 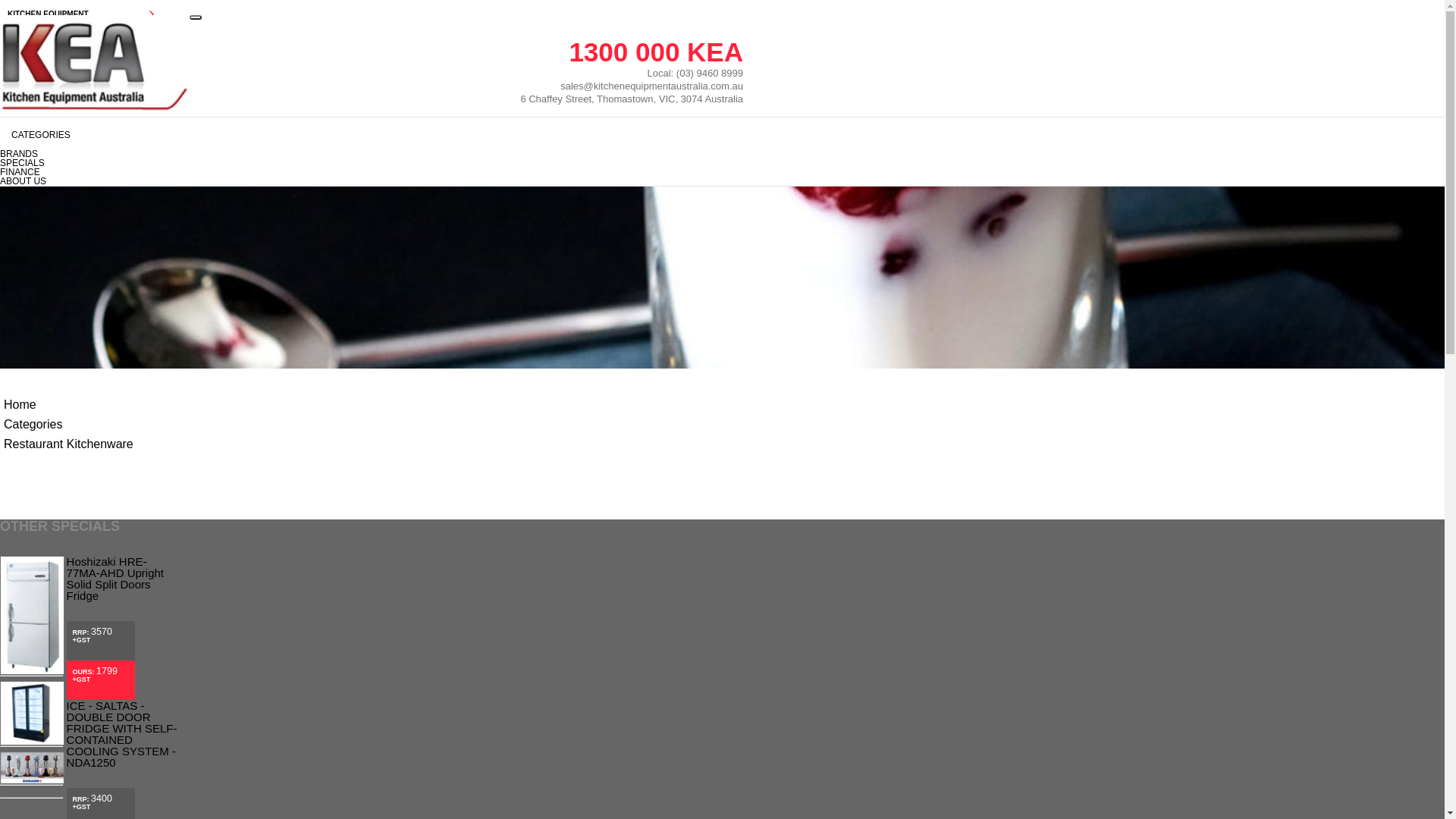 I want to click on 'COMMERCIAL COFFEE EQUIPMENT', so click(x=83, y=309).